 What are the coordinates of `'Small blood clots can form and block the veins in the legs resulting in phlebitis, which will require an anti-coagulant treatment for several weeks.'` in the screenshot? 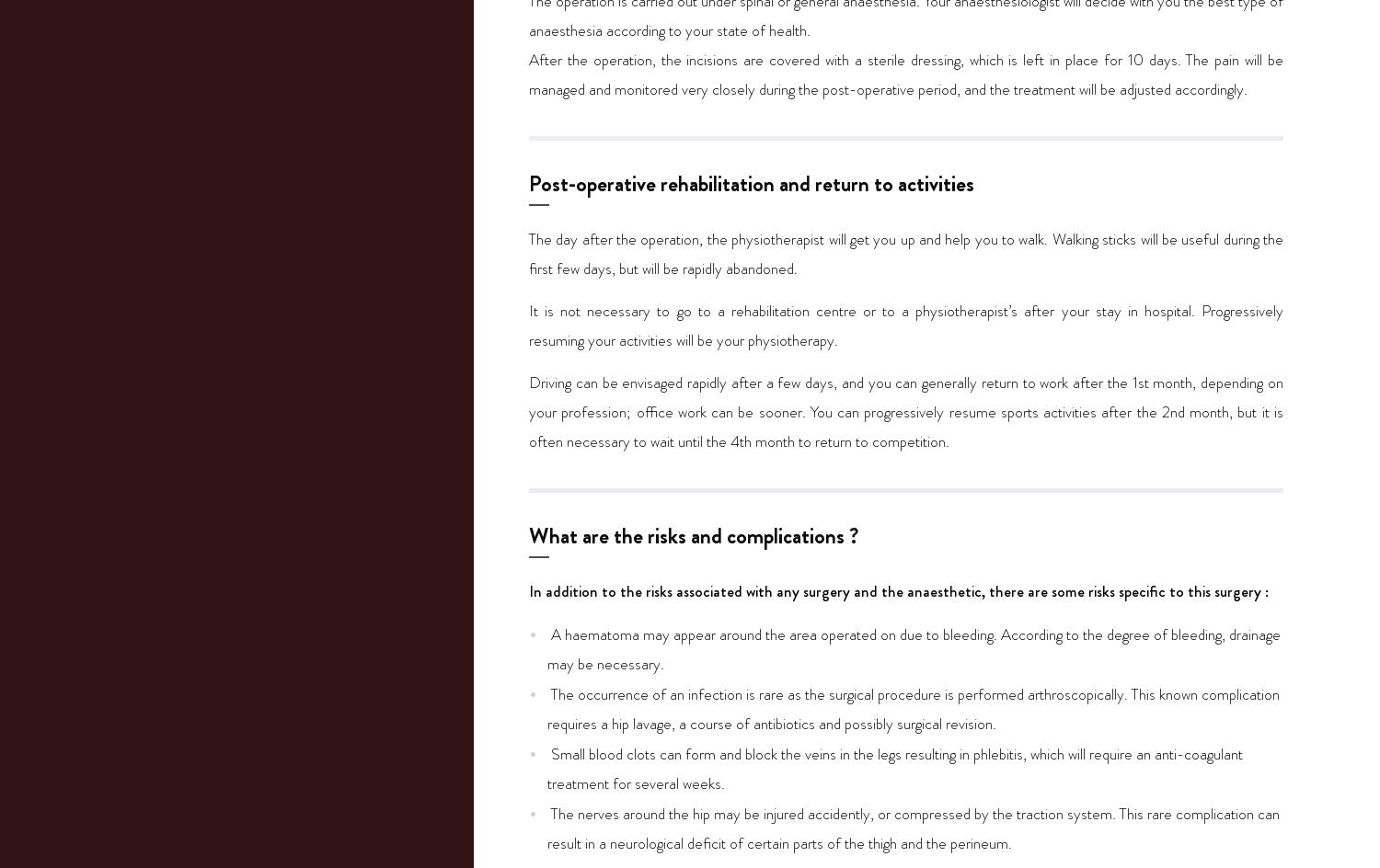 It's located at (894, 767).